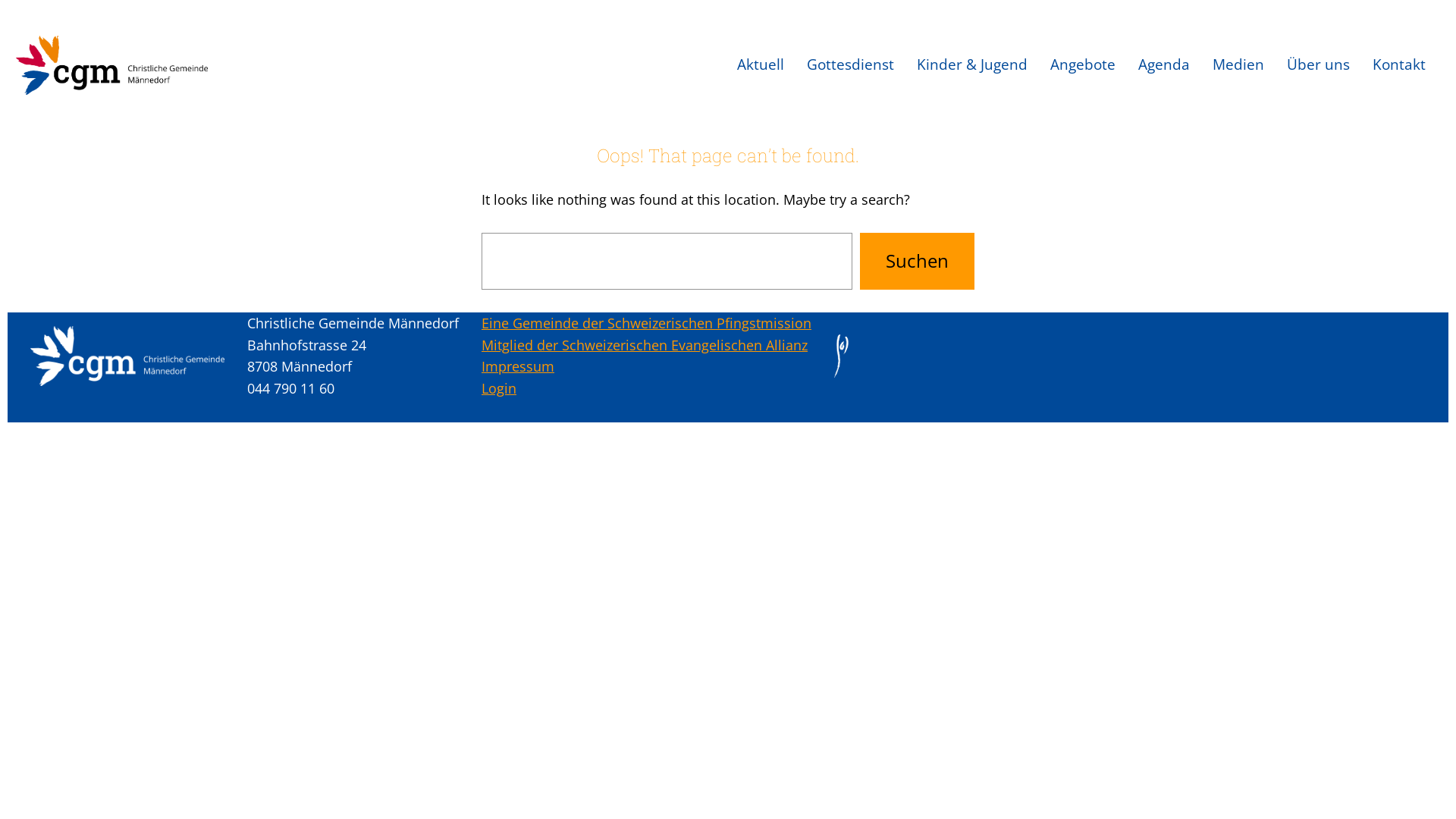  I want to click on 'Kontakt', so click(1398, 64).